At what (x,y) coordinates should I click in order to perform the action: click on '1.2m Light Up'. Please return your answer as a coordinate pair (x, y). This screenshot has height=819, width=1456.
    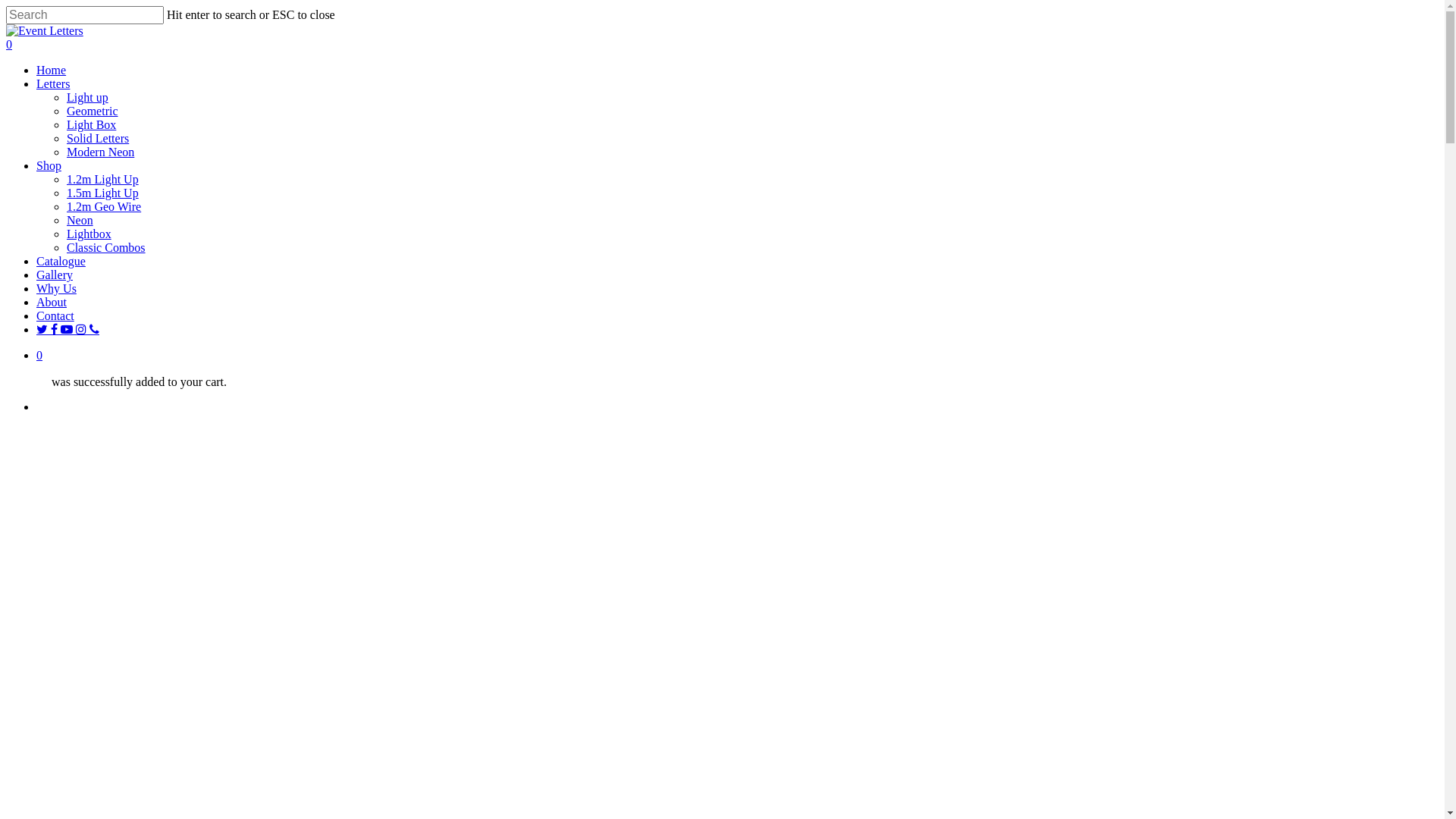
    Looking at the image, I should click on (102, 178).